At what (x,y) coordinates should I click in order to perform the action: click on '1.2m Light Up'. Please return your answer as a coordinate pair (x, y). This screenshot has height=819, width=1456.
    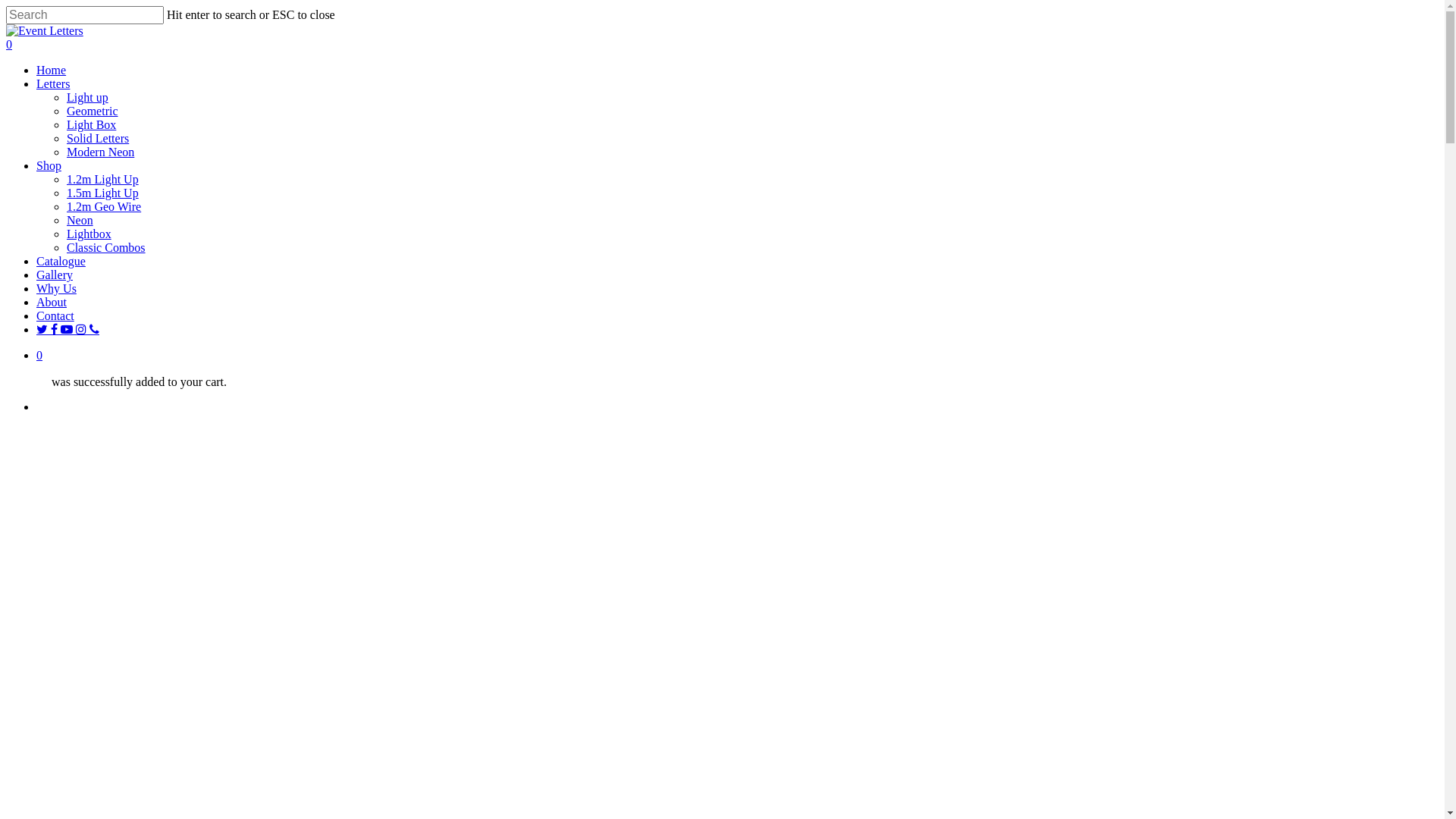
    Looking at the image, I should click on (102, 178).